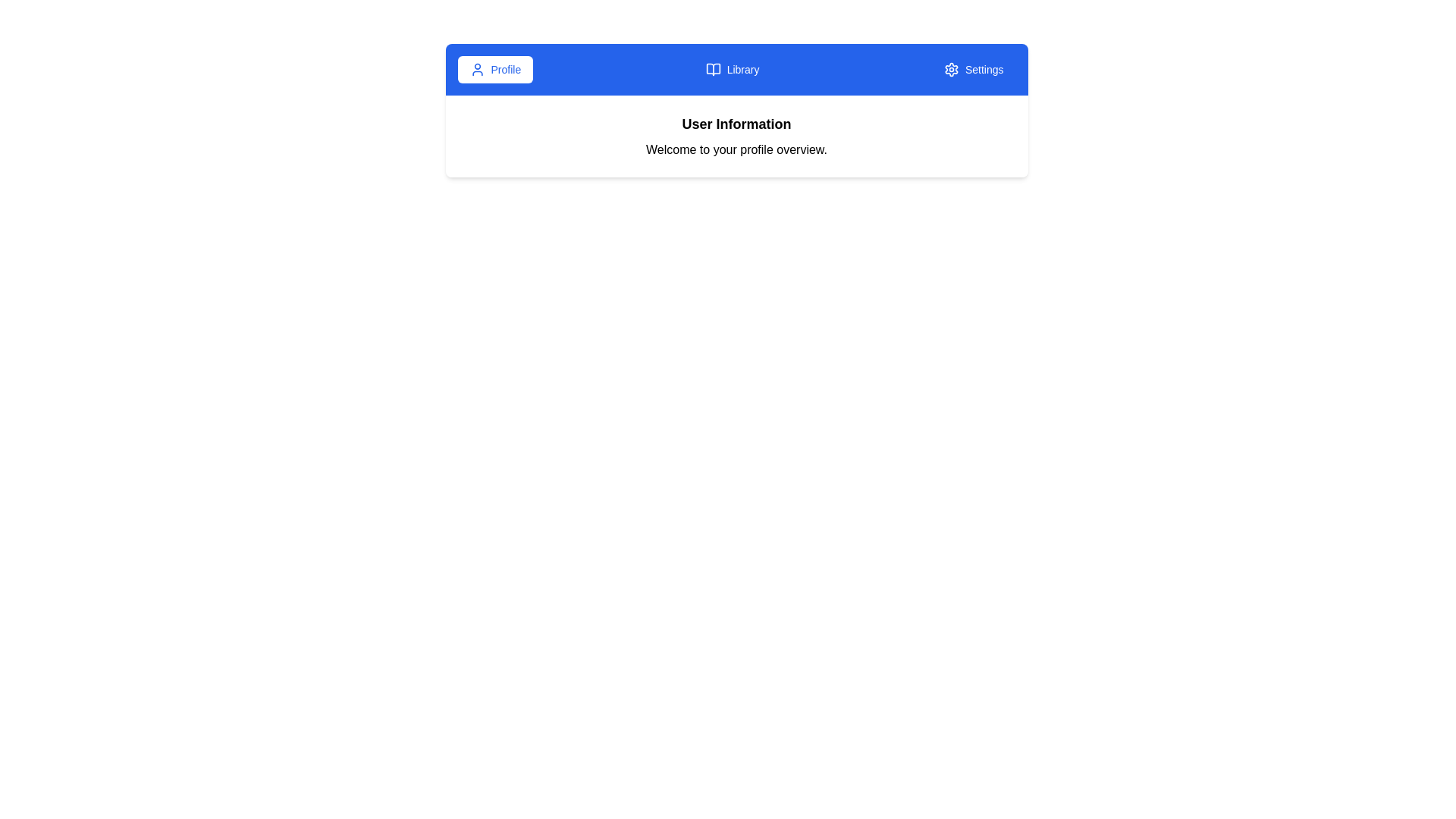 The height and width of the screenshot is (819, 1456). I want to click on the 'Settings' button, which is a blue button with white text and a gear icon, located at the far right side of the navigation bar, so click(974, 70).